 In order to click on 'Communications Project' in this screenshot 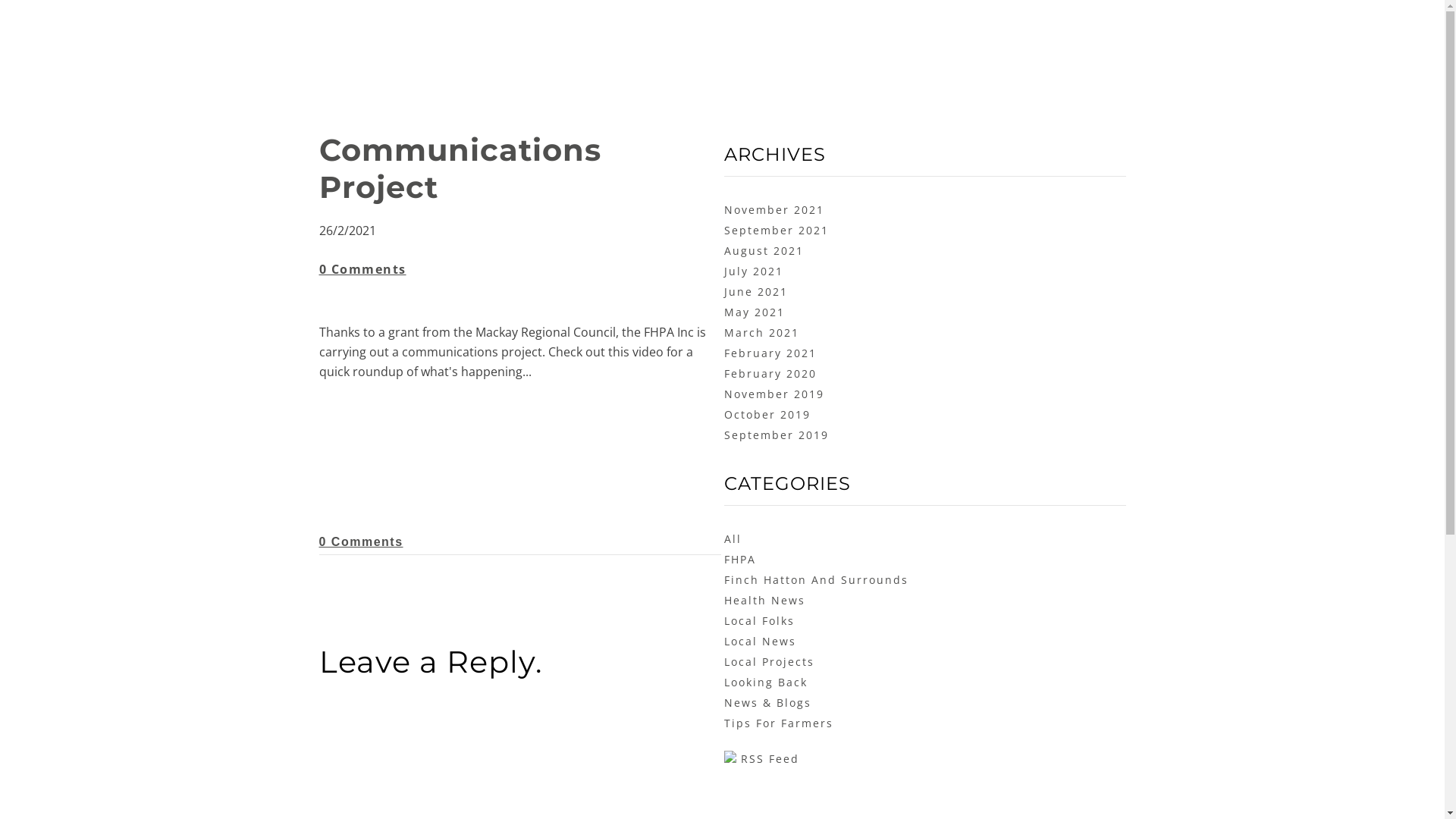, I will do `click(458, 168)`.